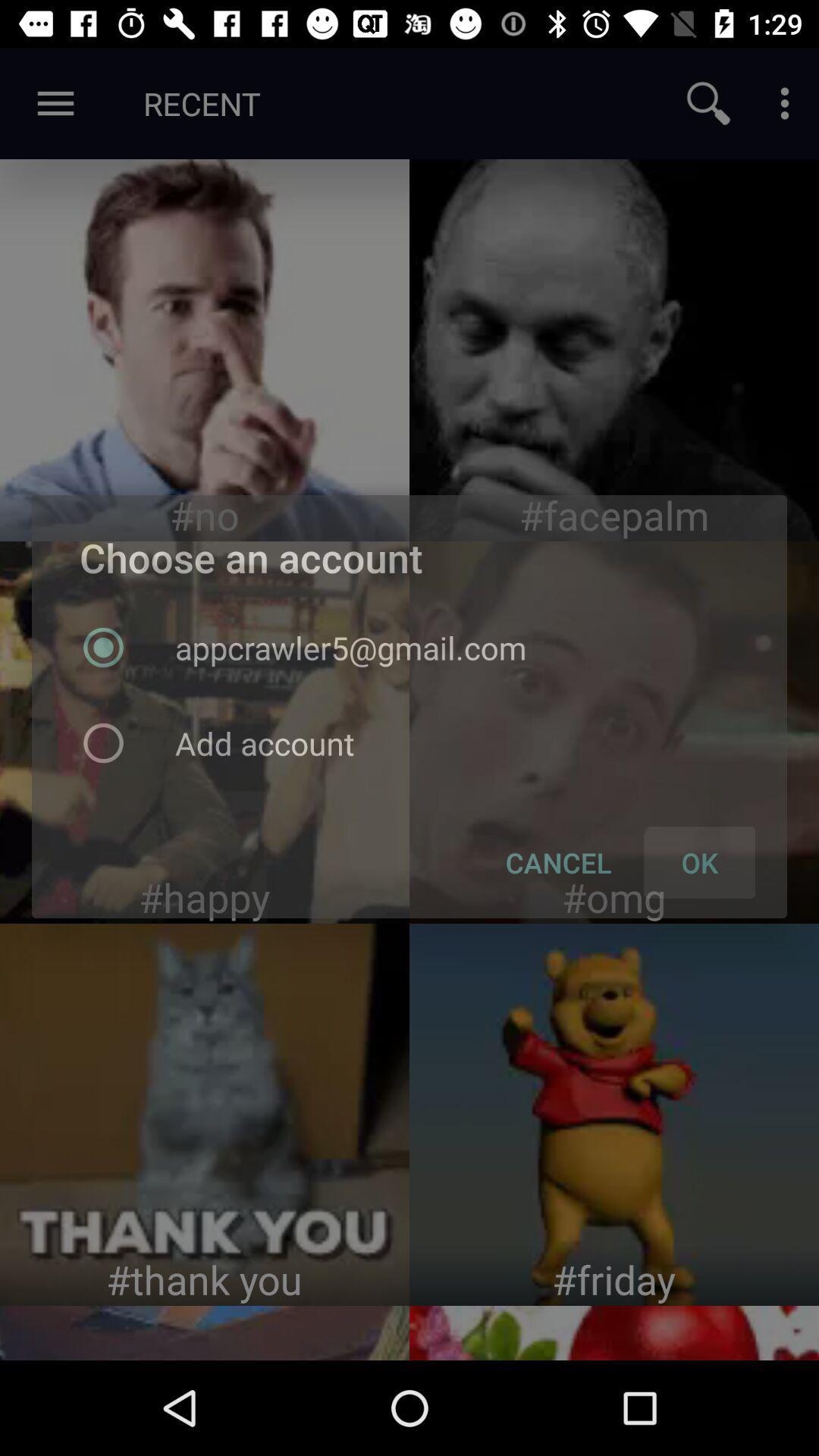 The height and width of the screenshot is (1456, 819). What do you see at coordinates (614, 1114) in the screenshot?
I see `friday option` at bounding box center [614, 1114].